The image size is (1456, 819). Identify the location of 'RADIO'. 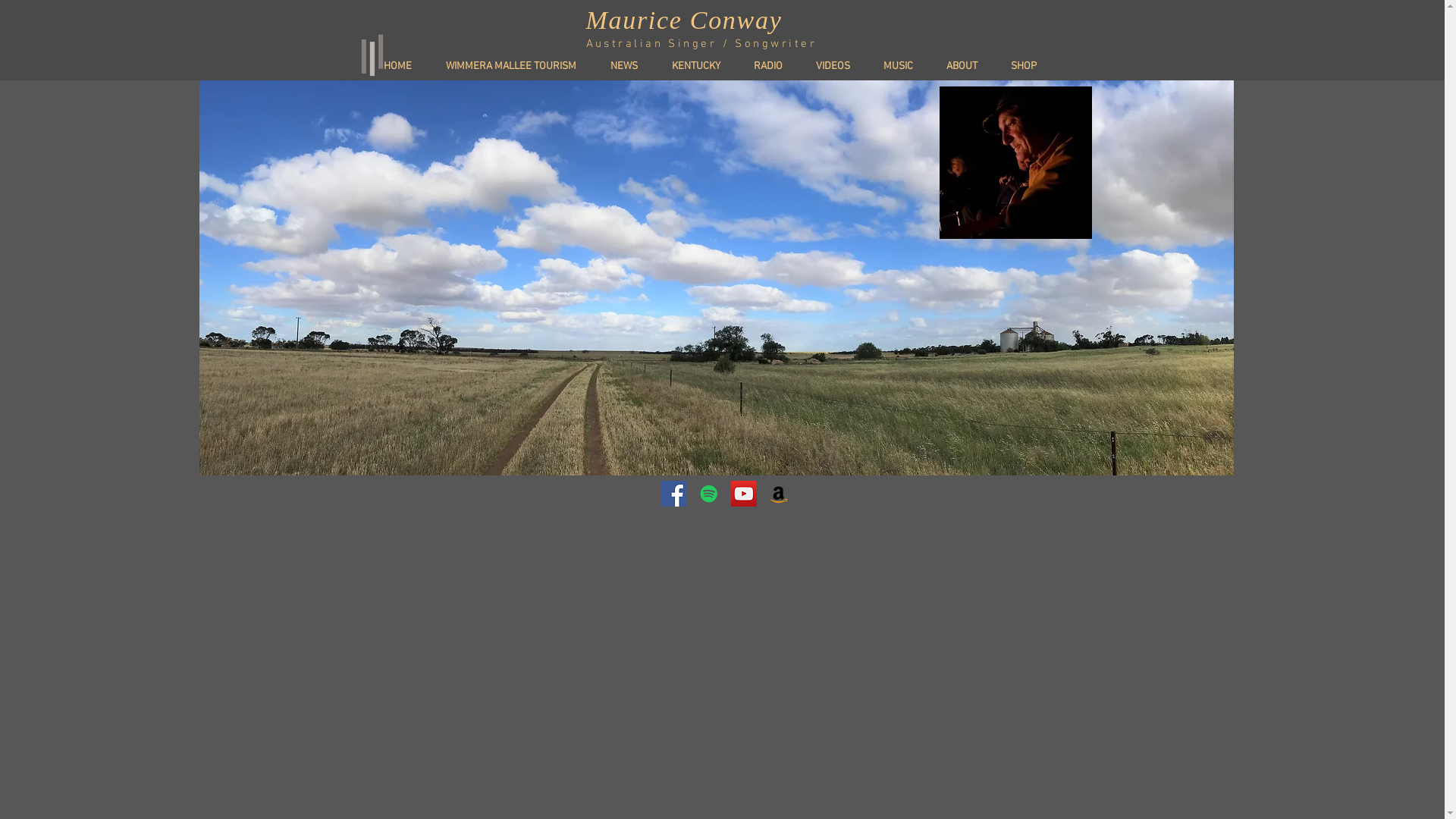
(742, 66).